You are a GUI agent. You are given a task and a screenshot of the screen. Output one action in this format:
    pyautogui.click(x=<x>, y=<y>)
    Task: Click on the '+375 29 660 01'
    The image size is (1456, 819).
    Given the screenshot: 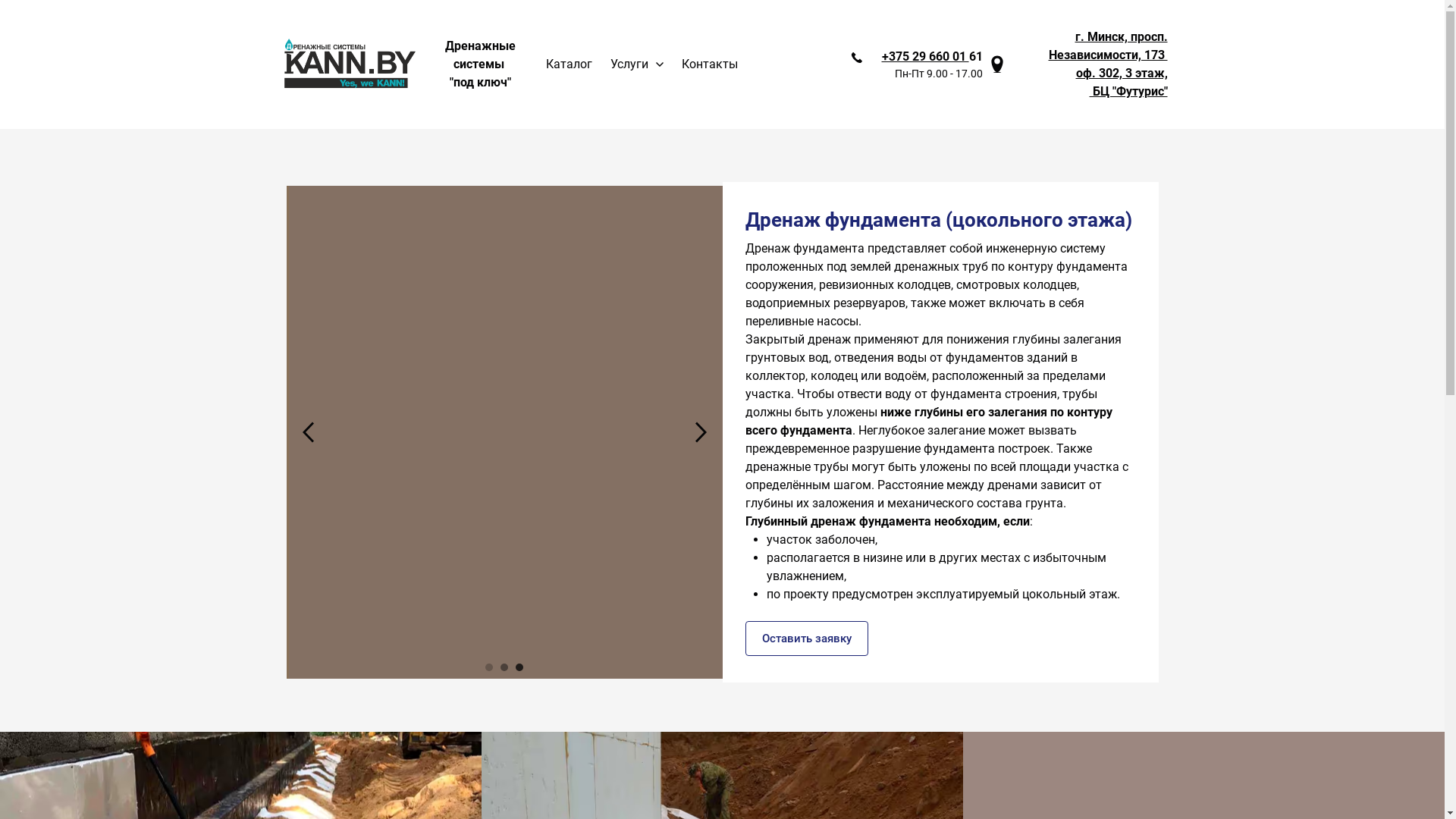 What is the action you would take?
    pyautogui.click(x=924, y=55)
    